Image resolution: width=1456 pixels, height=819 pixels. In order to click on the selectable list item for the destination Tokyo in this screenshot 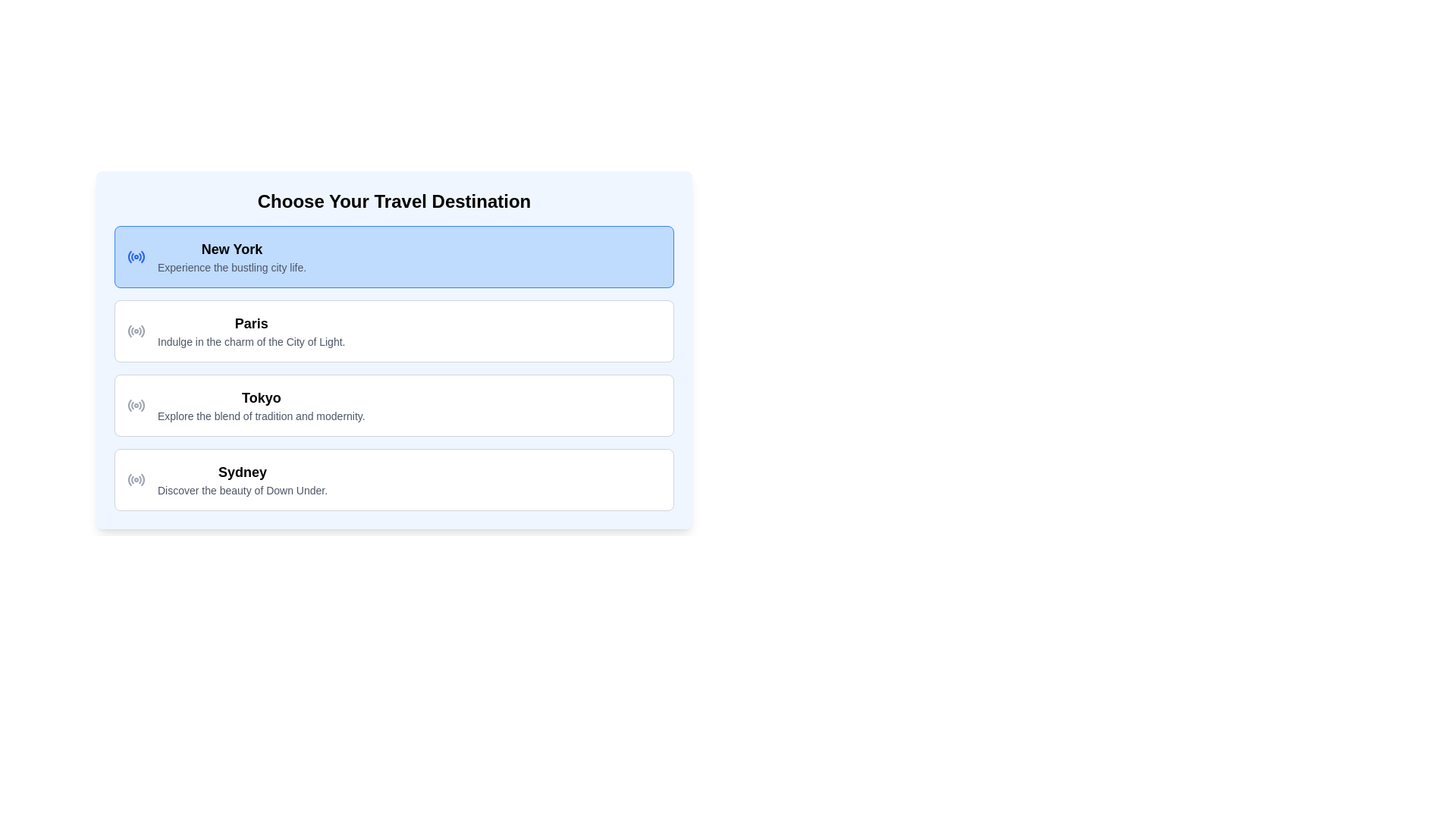, I will do `click(394, 405)`.